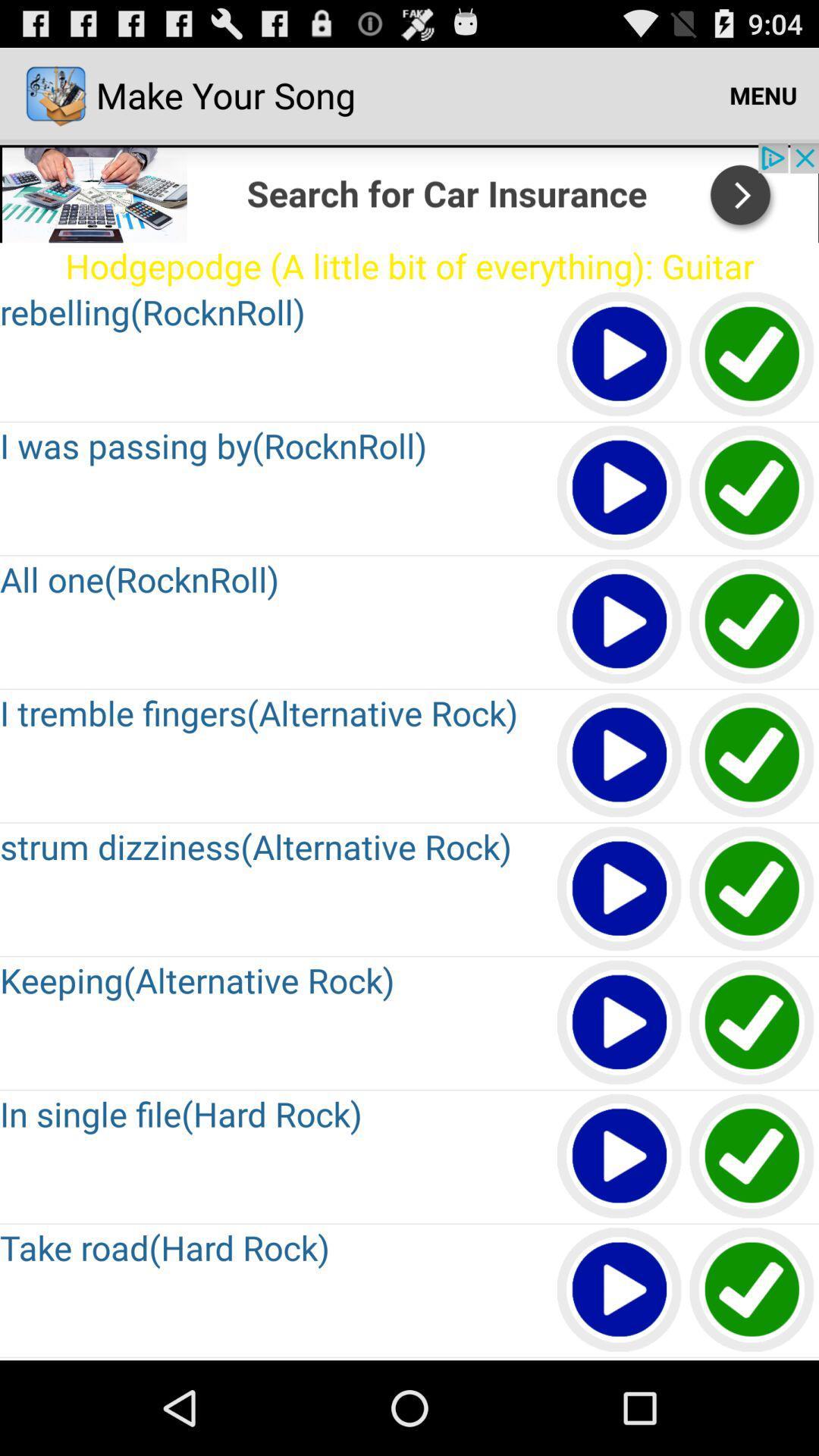  What do you see at coordinates (752, 1156) in the screenshot?
I see `check box` at bounding box center [752, 1156].